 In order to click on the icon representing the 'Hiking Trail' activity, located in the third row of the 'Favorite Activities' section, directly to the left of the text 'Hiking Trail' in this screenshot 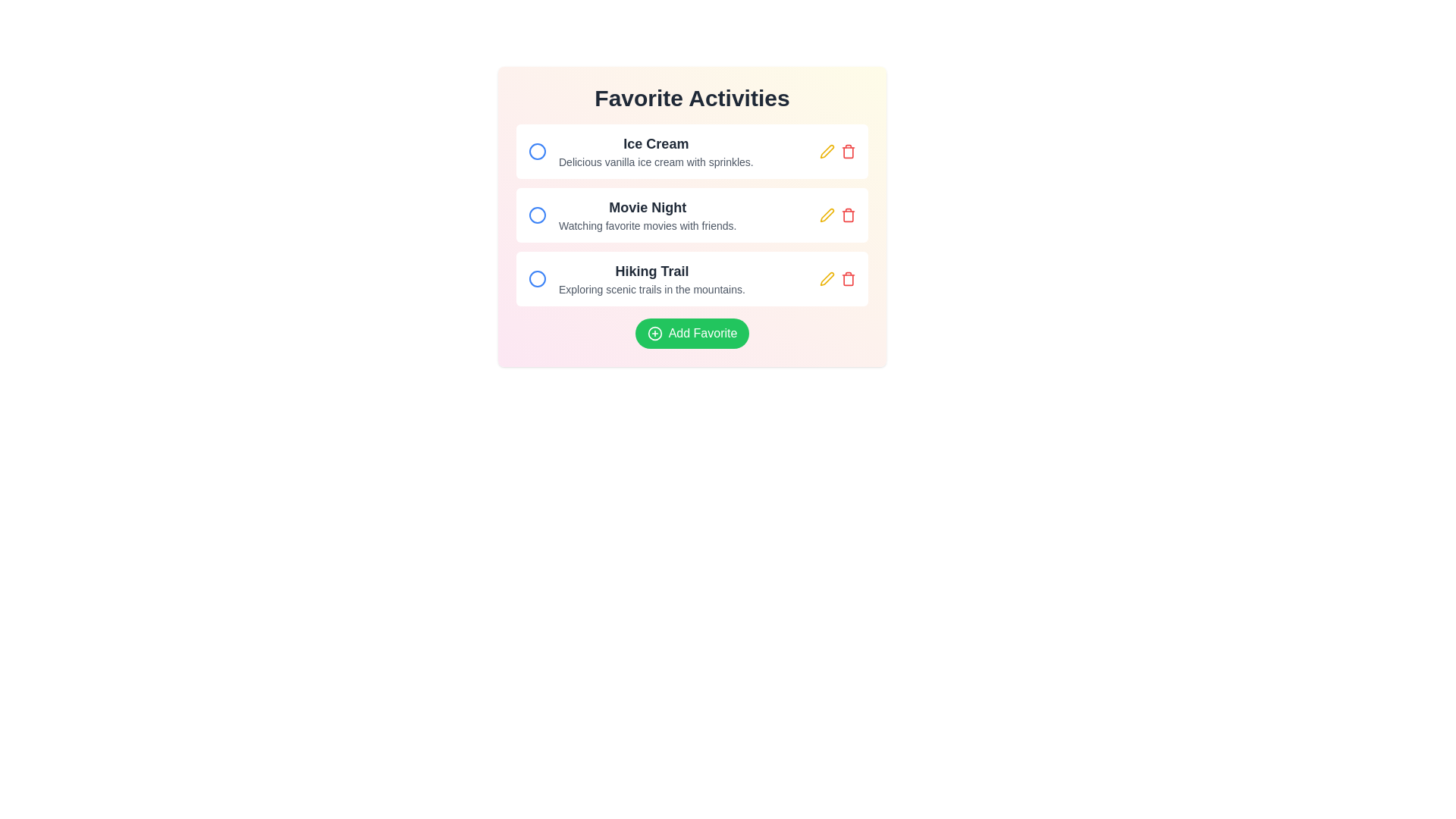, I will do `click(538, 278)`.